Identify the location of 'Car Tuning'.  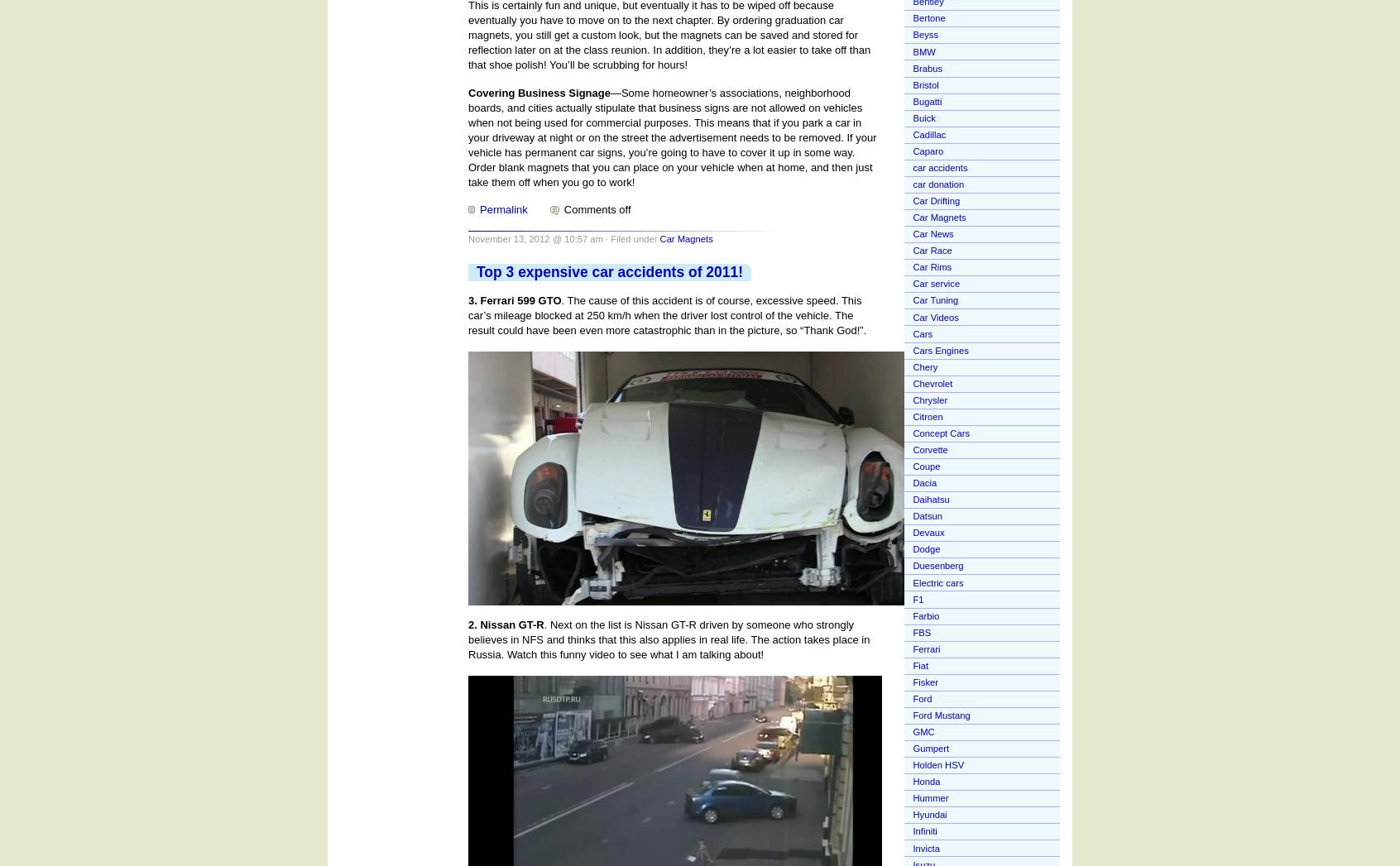
(934, 299).